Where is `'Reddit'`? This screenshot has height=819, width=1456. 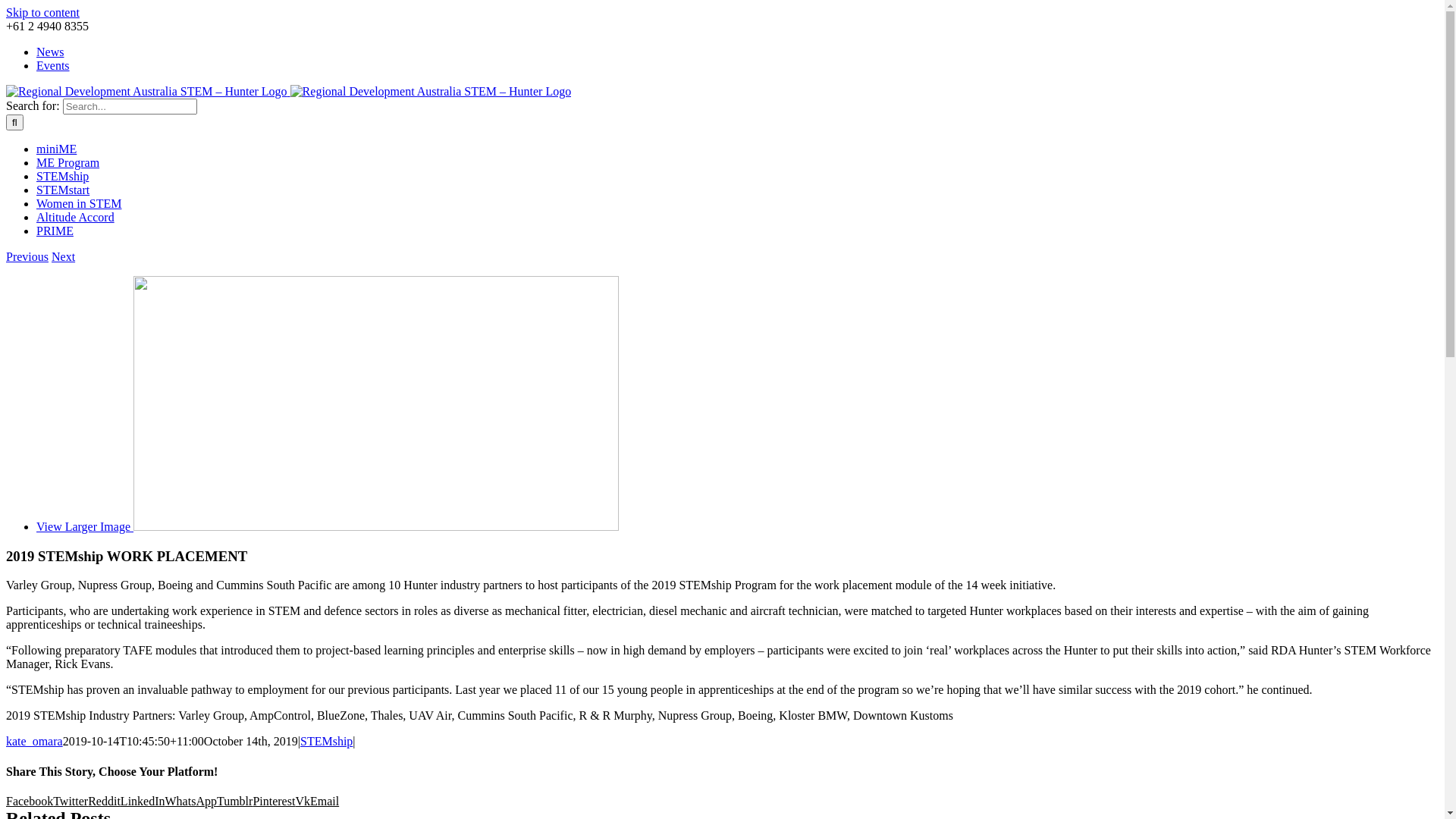 'Reddit' is located at coordinates (103, 800).